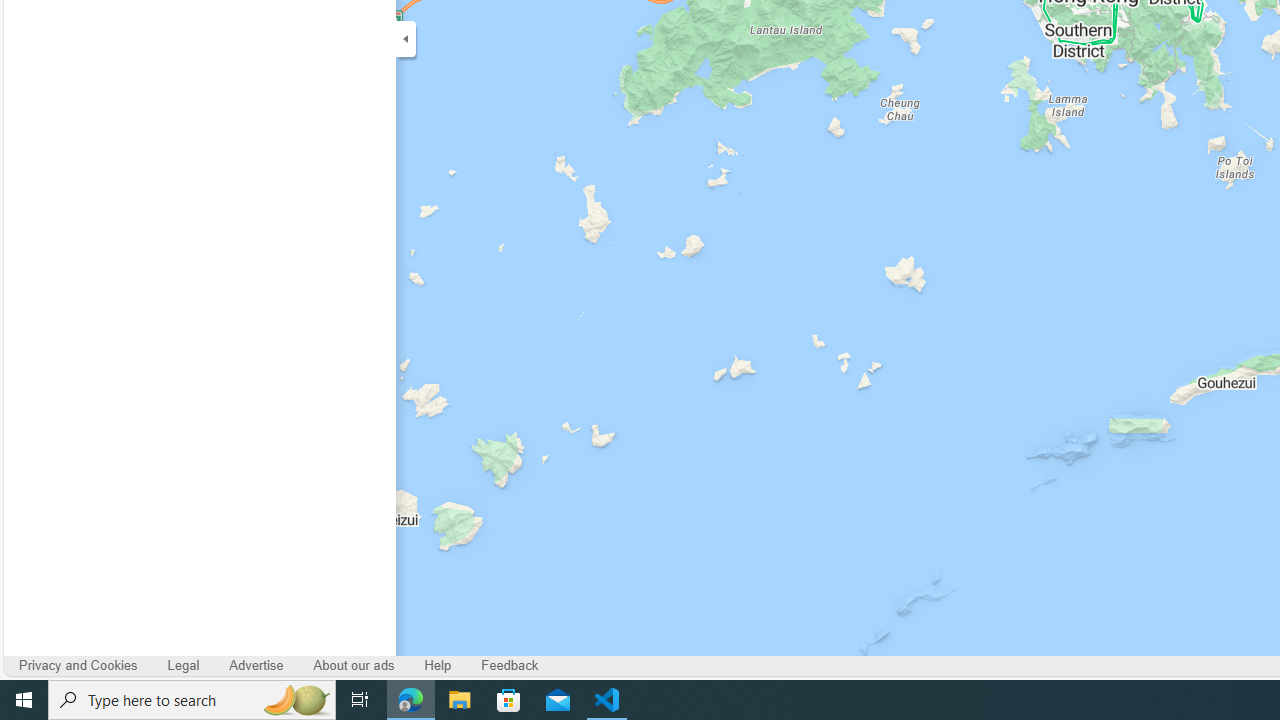  I want to click on 'Legal', so click(183, 665).